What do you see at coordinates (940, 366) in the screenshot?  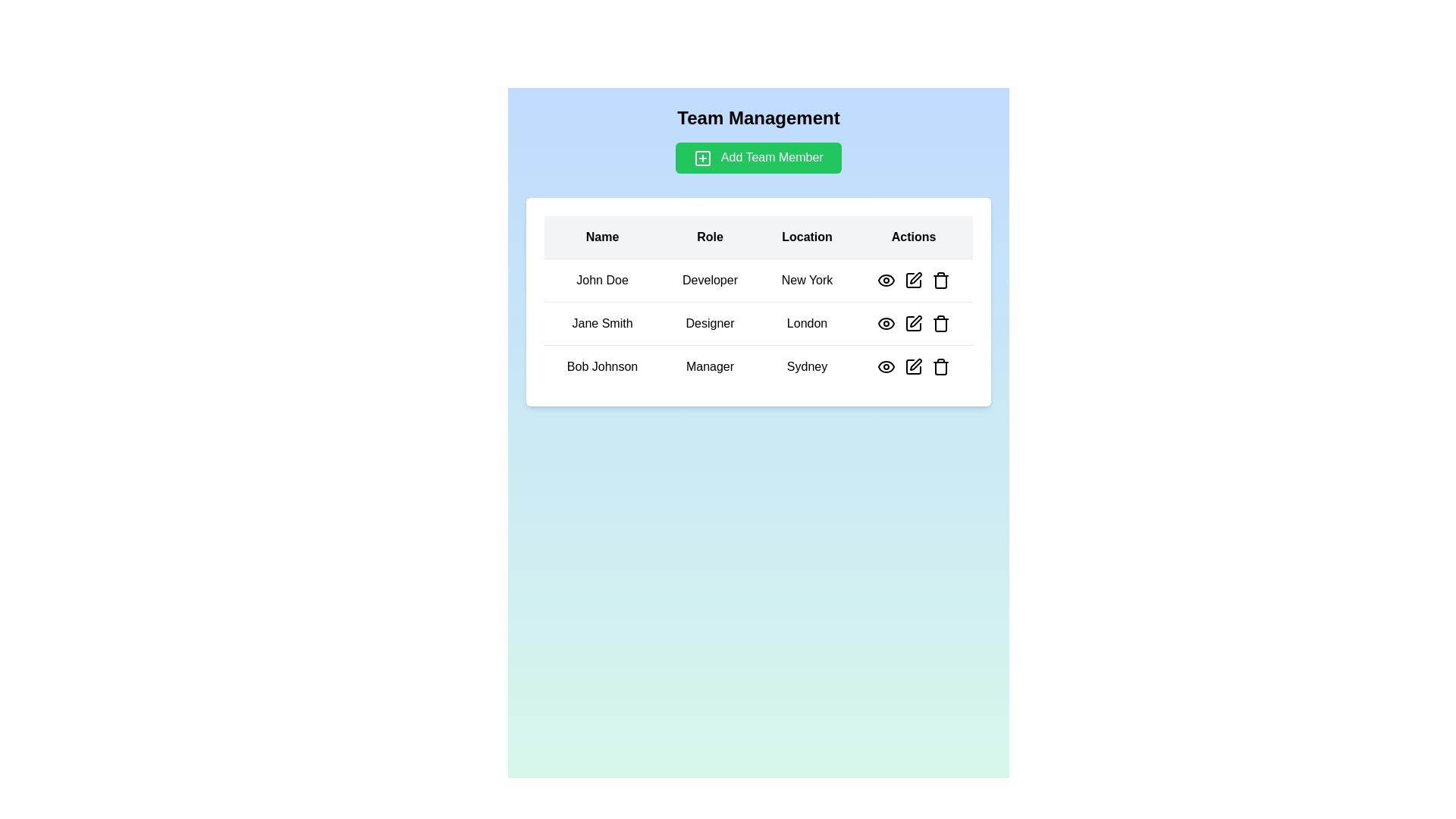 I see `the trash can icon button in the 'Actions' column for 'Bob Johnson'` at bounding box center [940, 366].